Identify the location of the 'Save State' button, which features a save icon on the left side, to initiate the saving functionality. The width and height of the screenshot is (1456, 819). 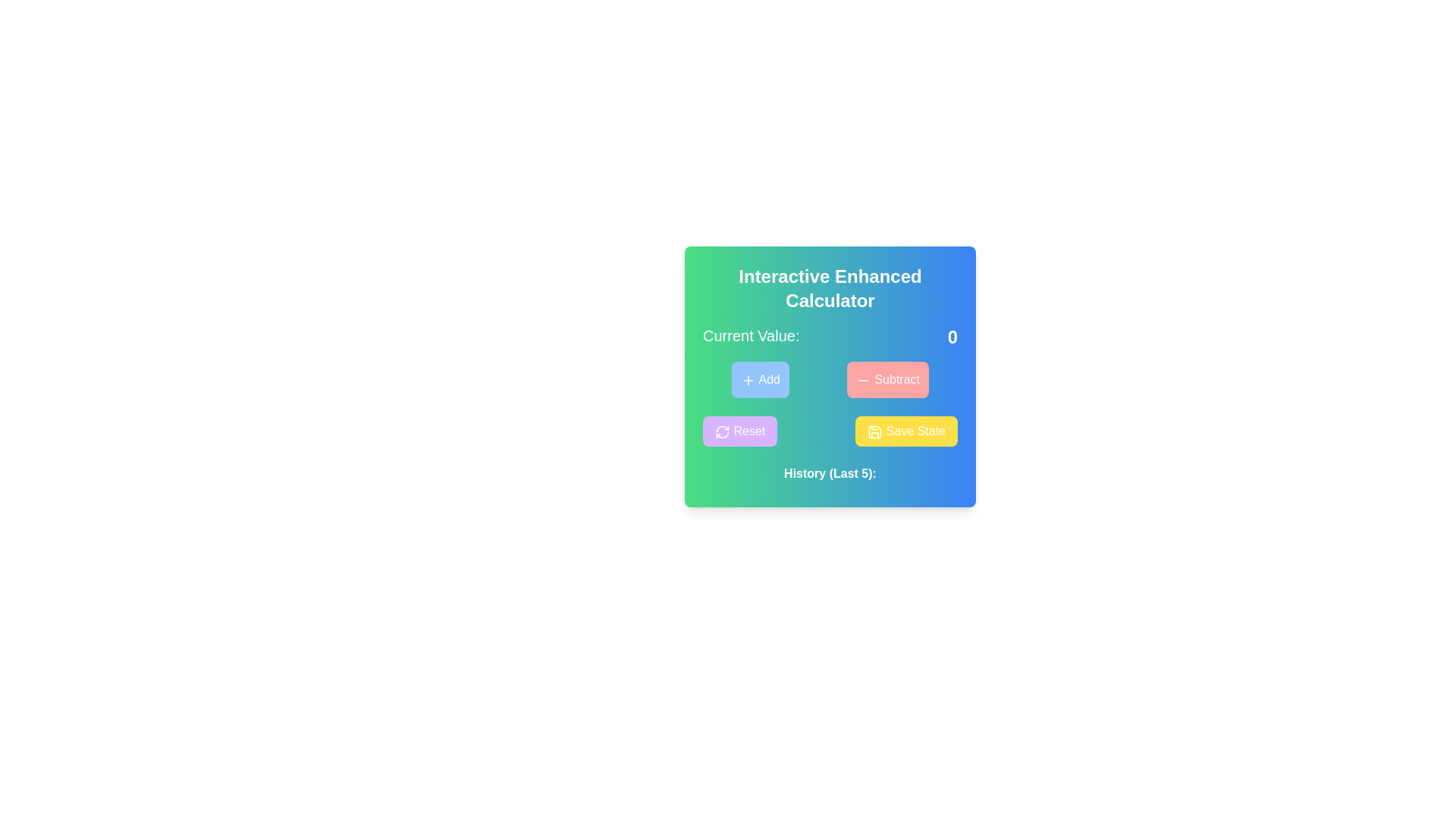
(875, 431).